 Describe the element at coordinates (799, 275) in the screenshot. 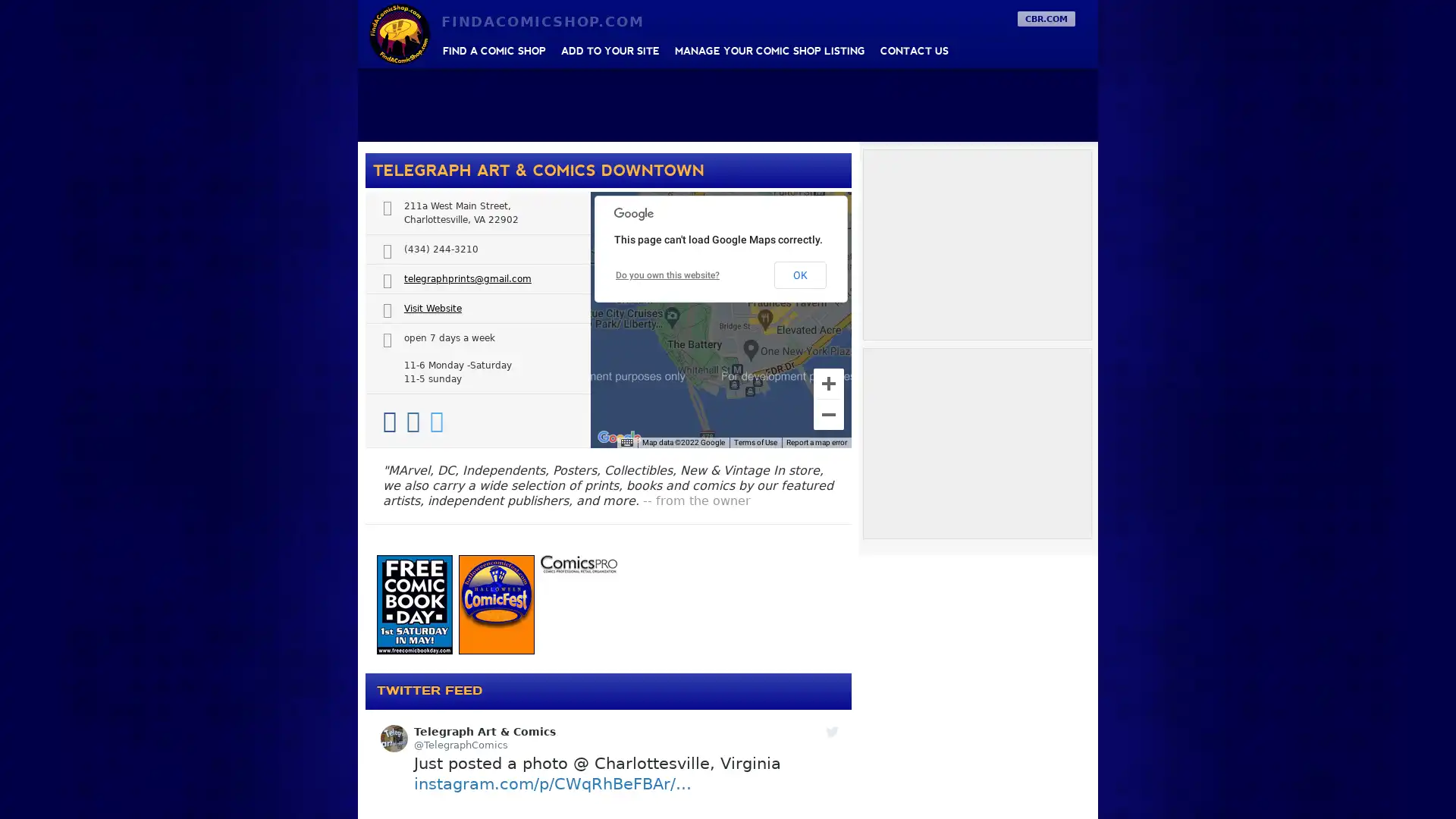

I see `OK` at that location.